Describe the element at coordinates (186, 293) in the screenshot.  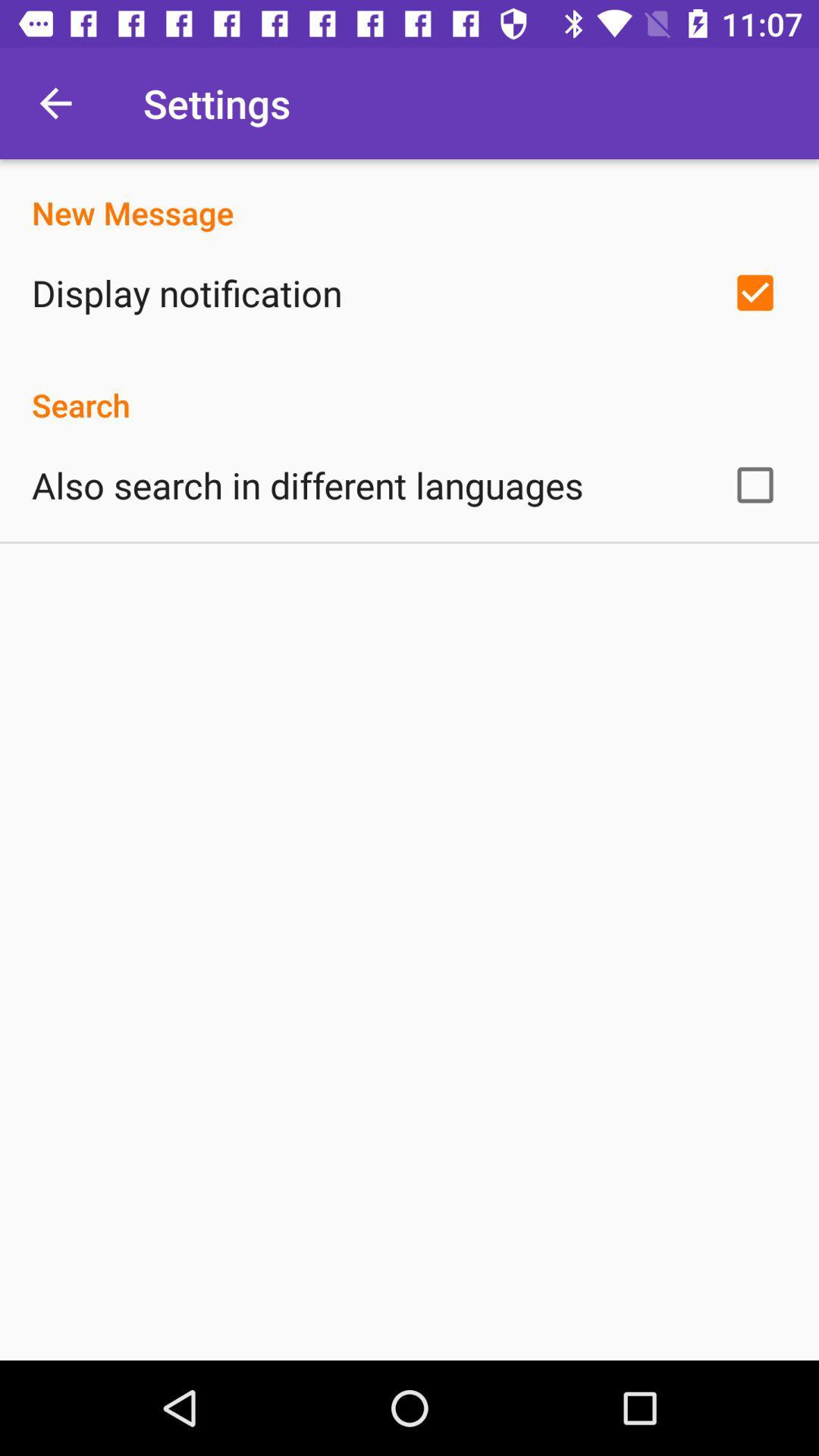
I see `display notification item` at that location.